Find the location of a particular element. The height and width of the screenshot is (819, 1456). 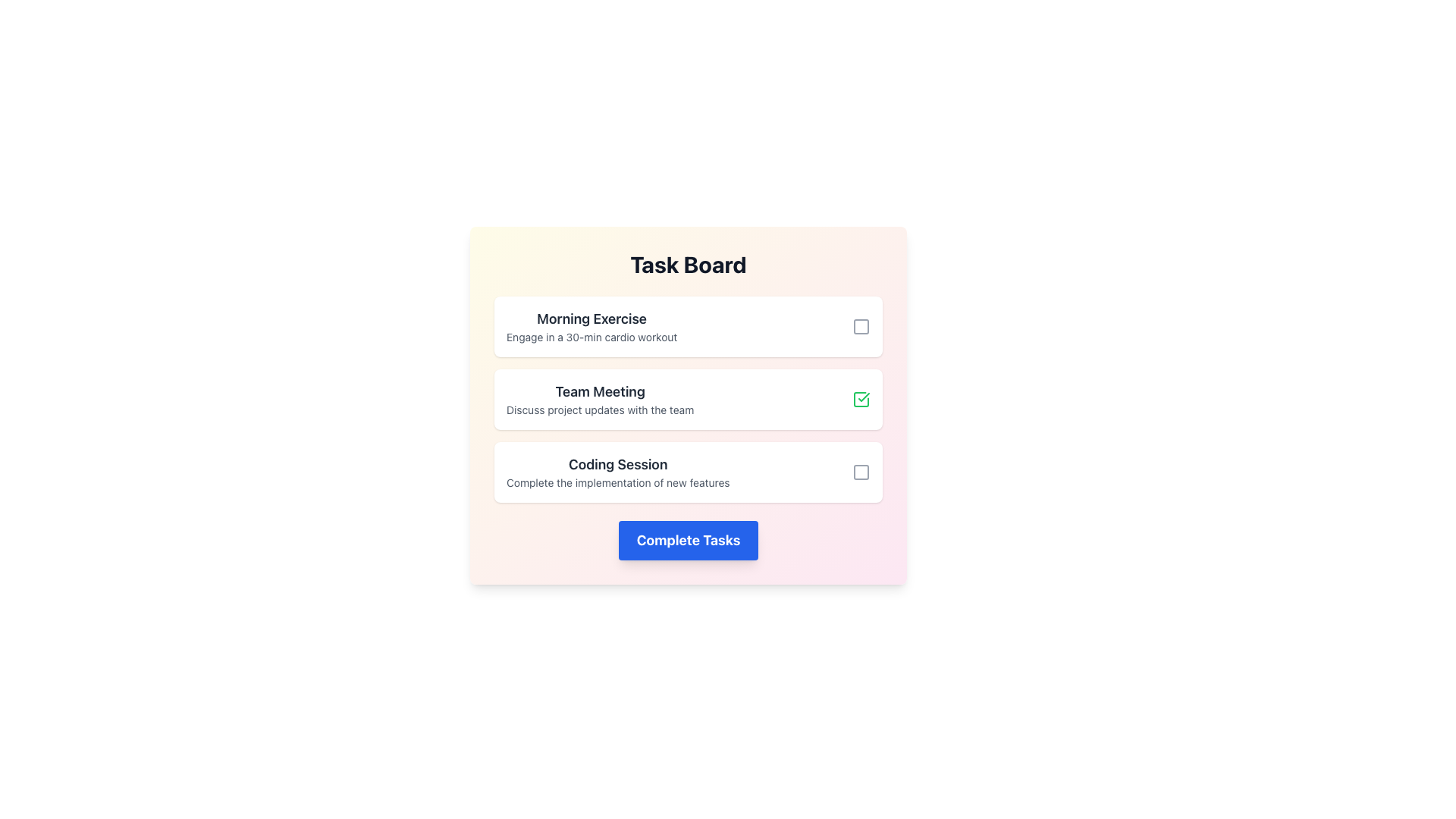

the Vector Graphic icon associated with the 'Team Meeting' task in the second row of the task list interface to indicate that the task is selected or completed is located at coordinates (864, 397).